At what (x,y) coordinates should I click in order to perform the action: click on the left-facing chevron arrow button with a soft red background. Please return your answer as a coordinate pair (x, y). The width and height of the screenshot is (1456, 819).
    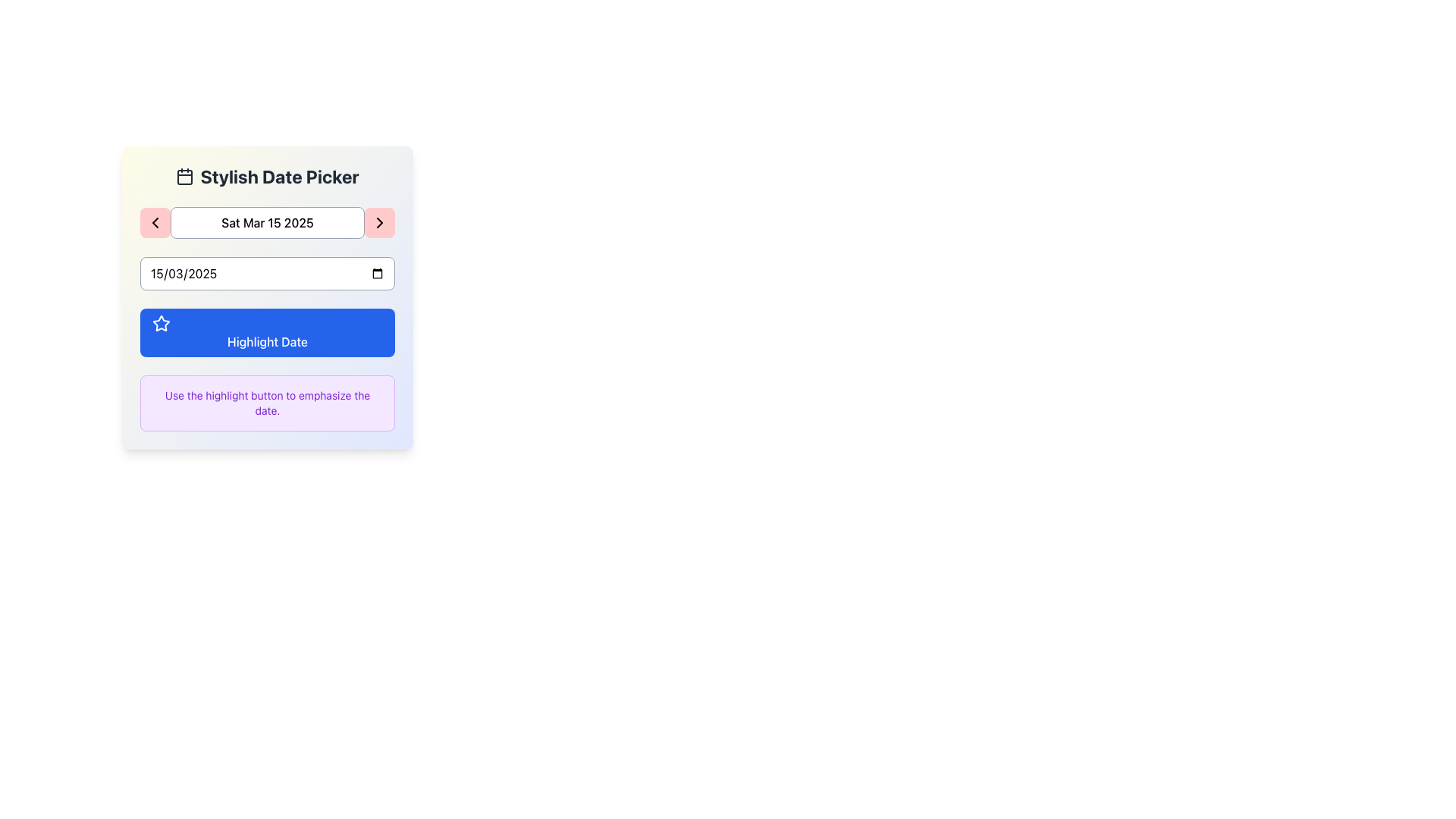
    Looking at the image, I should click on (155, 222).